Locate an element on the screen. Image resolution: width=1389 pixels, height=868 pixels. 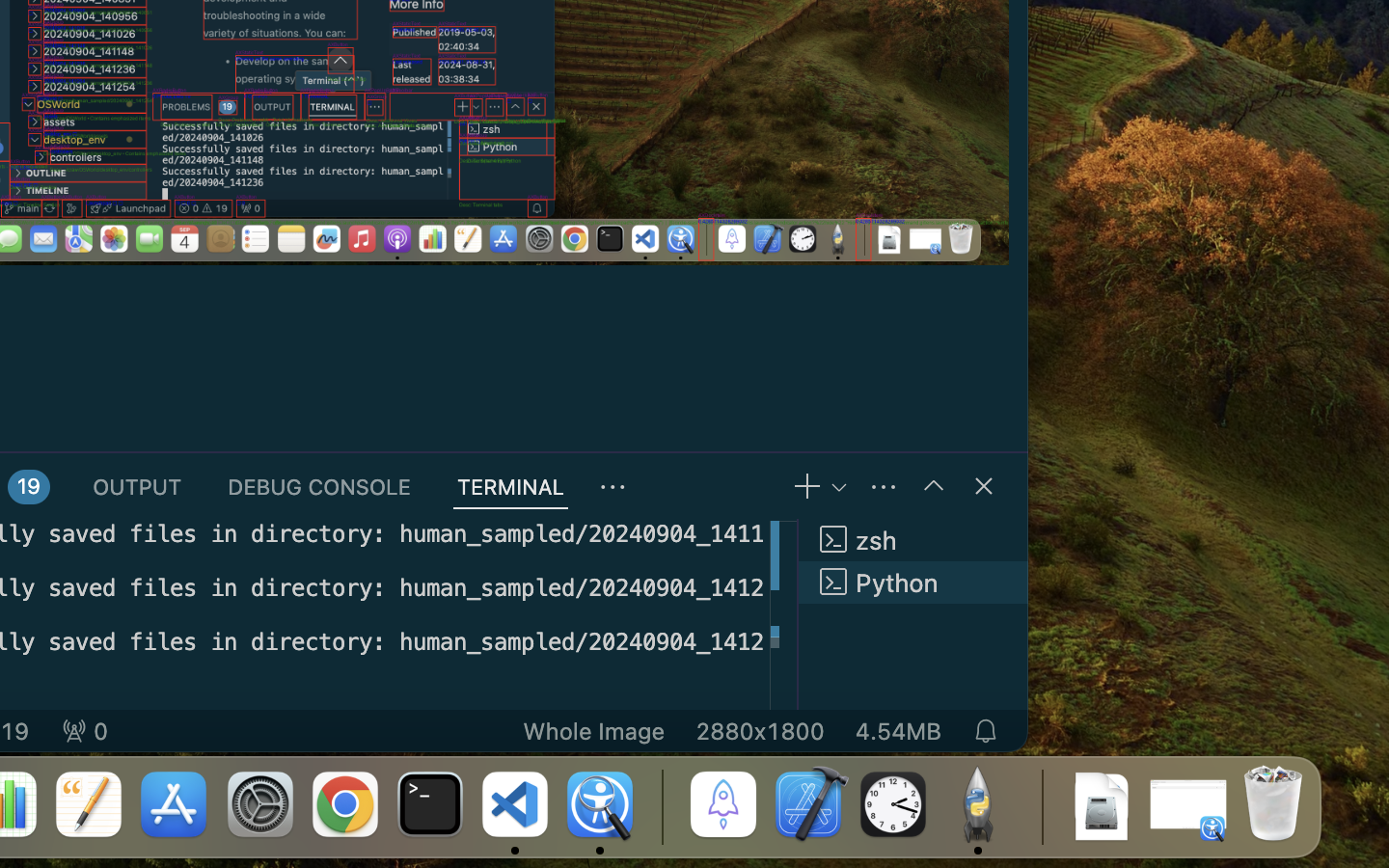
'0 DEBUG CONSOLE' is located at coordinates (319, 485).